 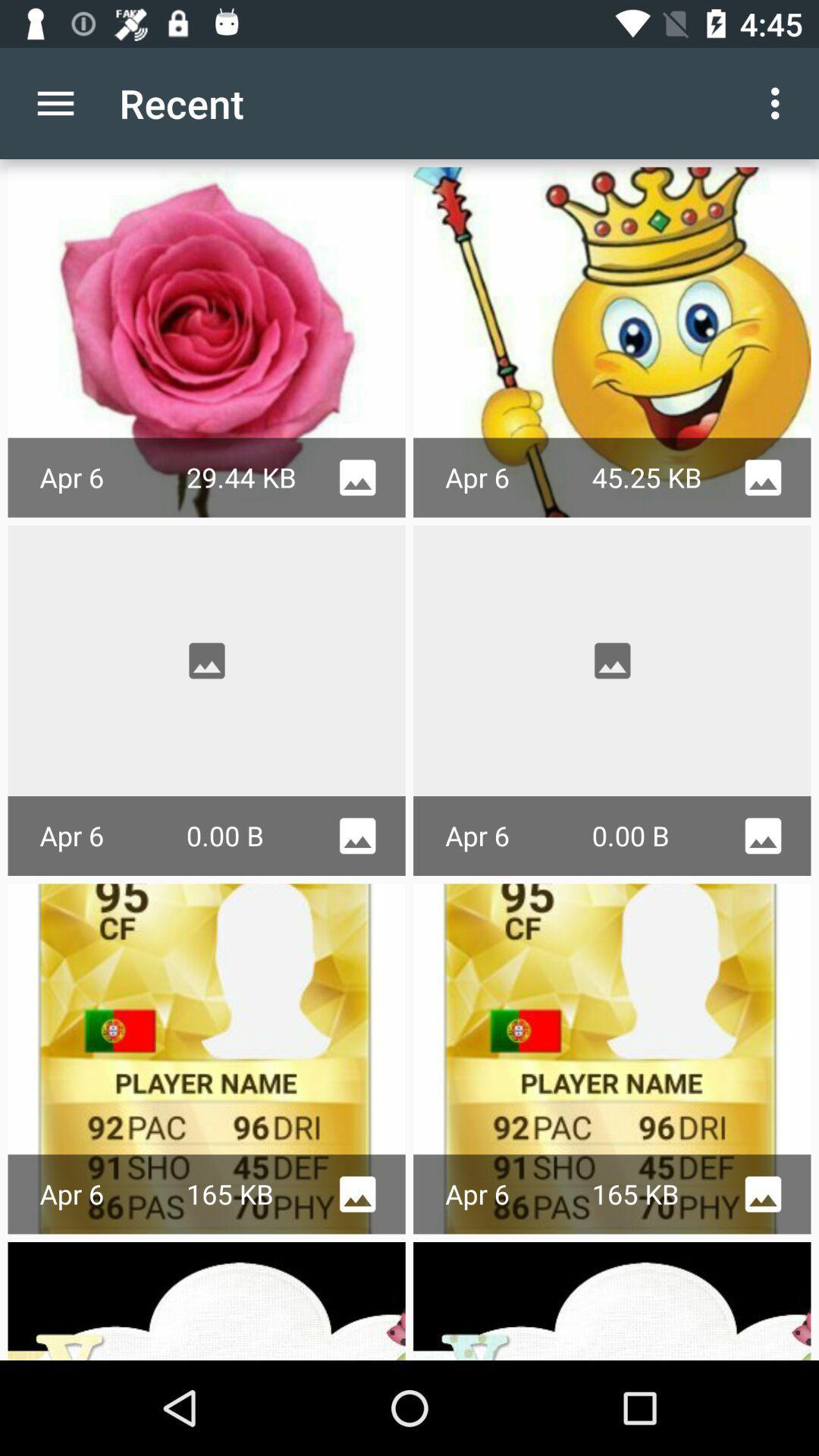 I want to click on item next to the recent app, so click(x=55, y=102).